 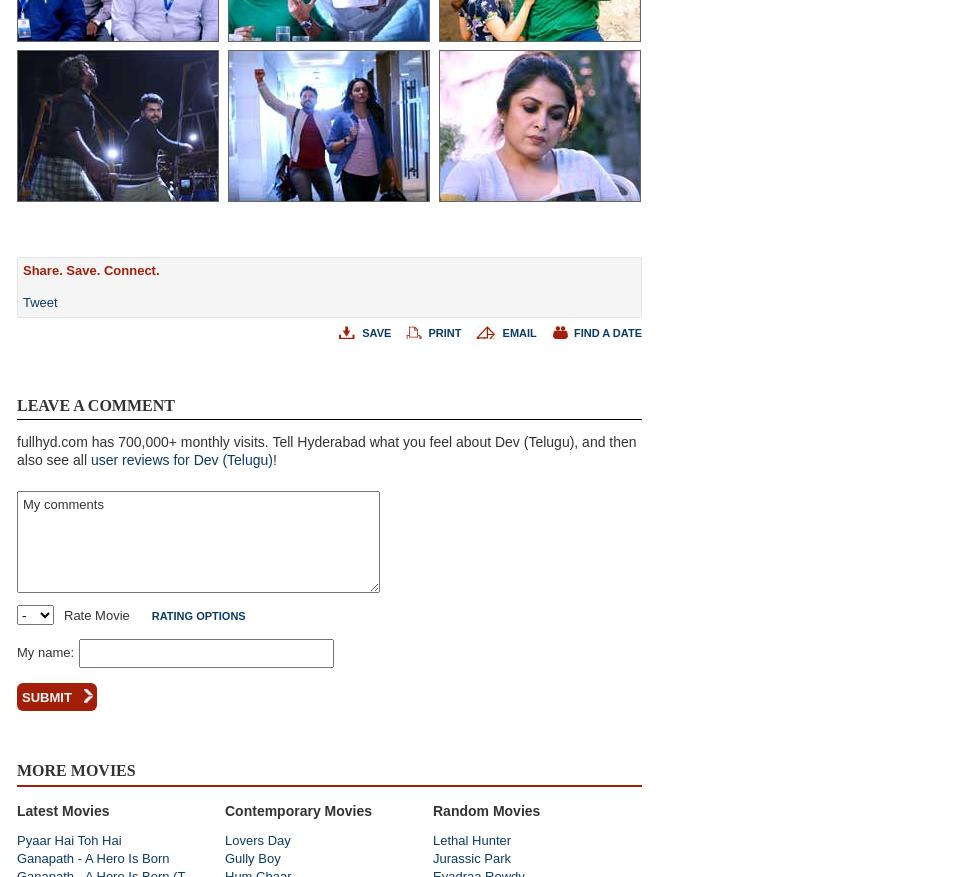 What do you see at coordinates (96, 614) in the screenshot?
I see `'Rate Movie'` at bounding box center [96, 614].